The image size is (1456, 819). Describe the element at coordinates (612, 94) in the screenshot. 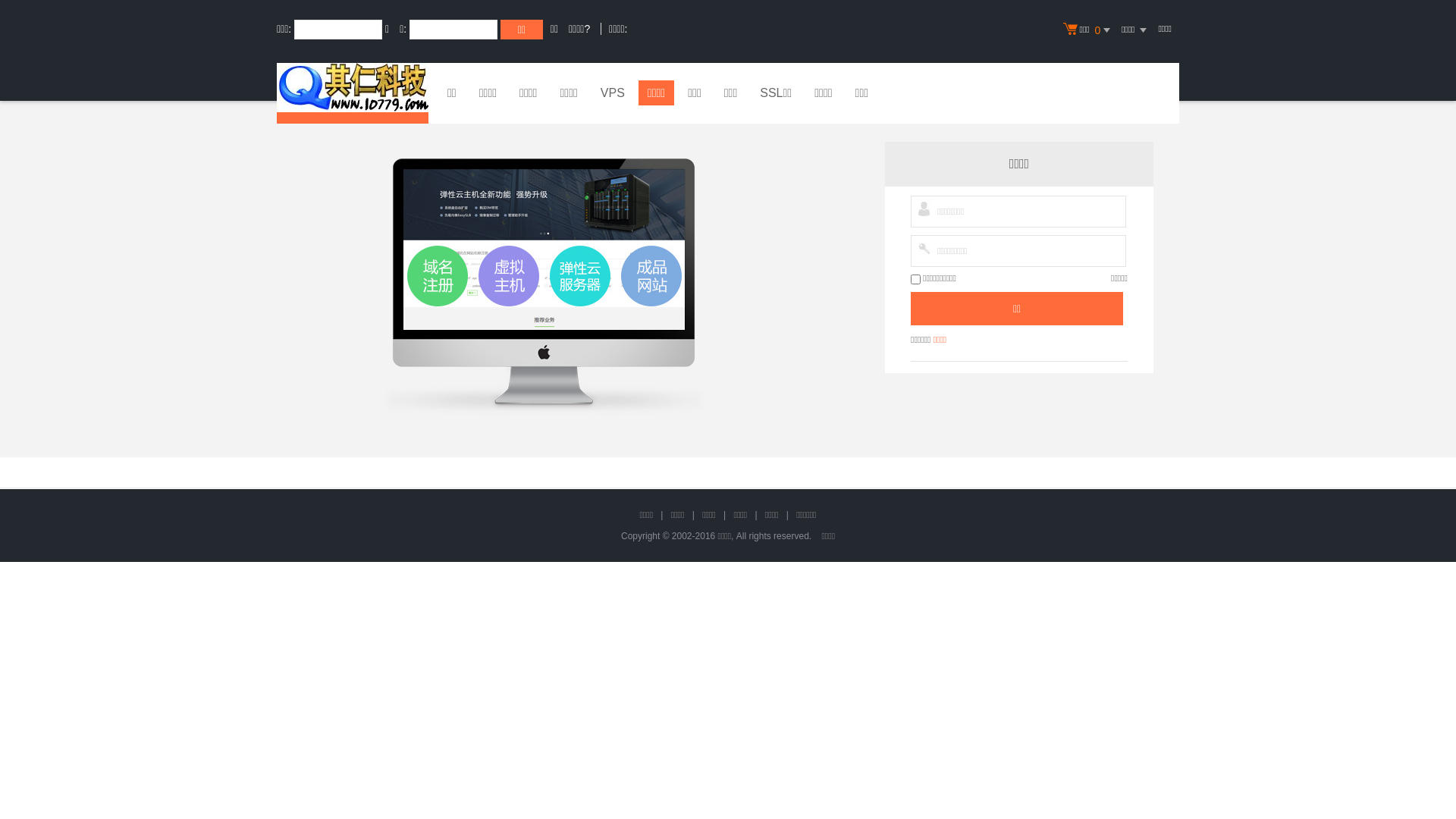

I see `'VPS'` at that location.